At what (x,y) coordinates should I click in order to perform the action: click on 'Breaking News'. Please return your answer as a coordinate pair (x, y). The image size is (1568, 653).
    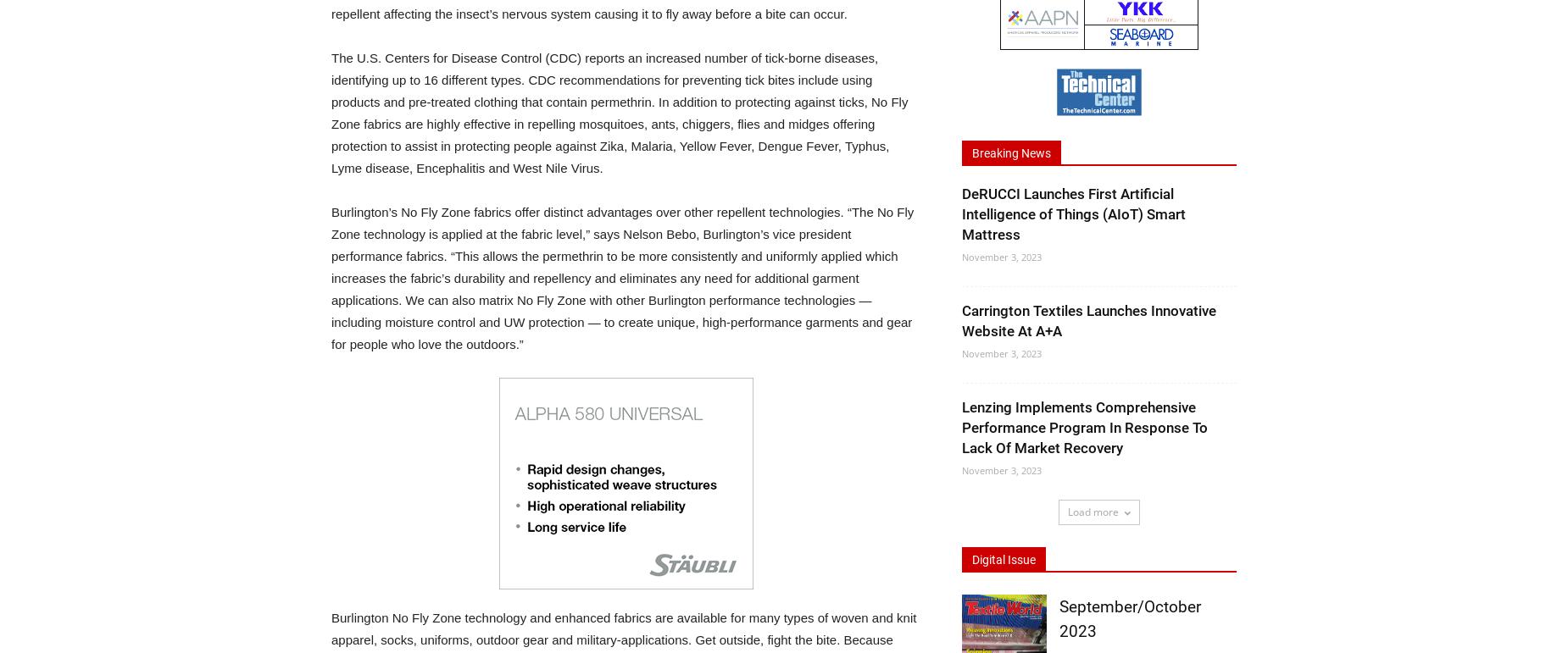
    Looking at the image, I should click on (1010, 153).